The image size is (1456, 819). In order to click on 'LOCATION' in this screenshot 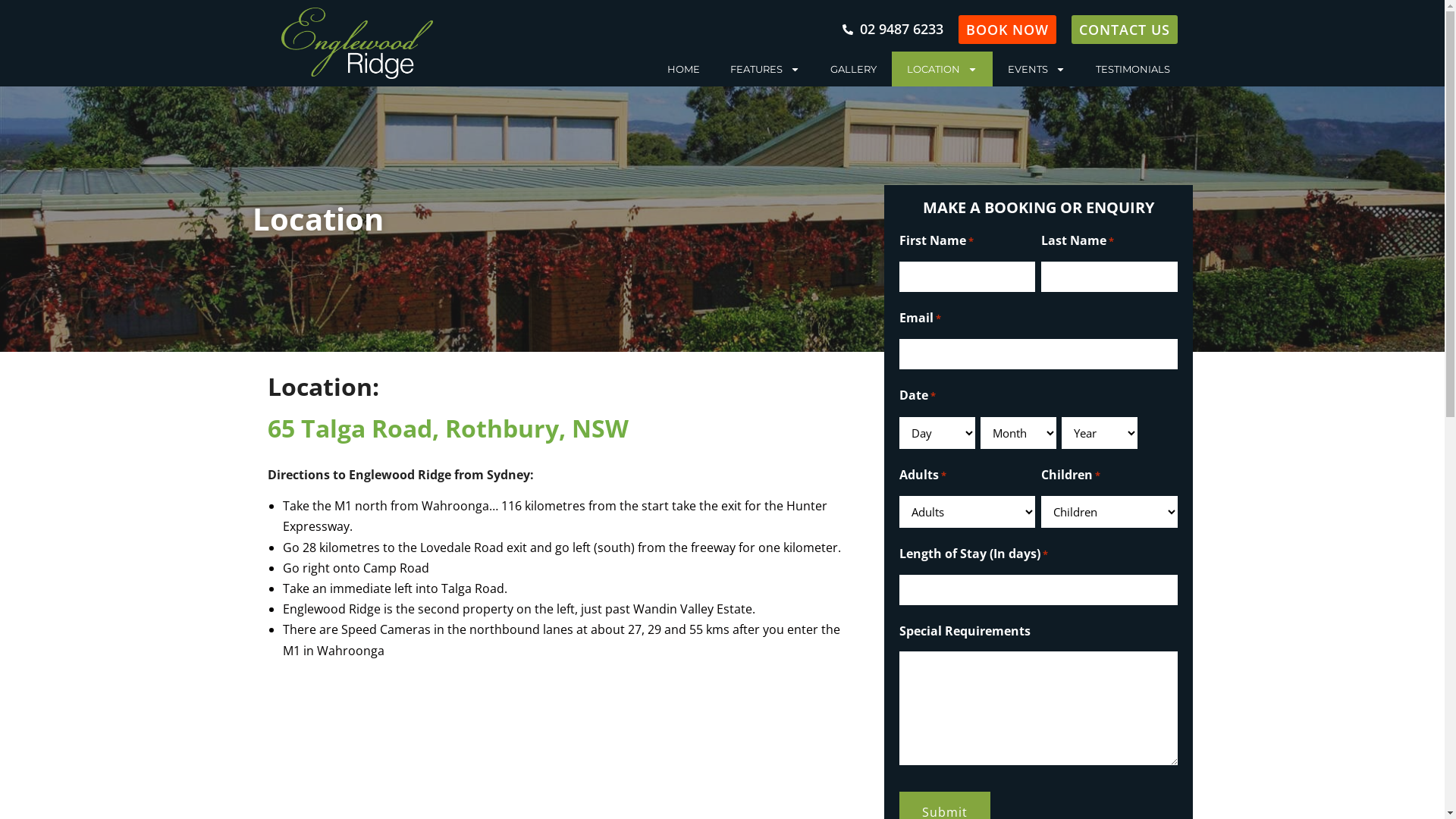, I will do `click(892, 69)`.